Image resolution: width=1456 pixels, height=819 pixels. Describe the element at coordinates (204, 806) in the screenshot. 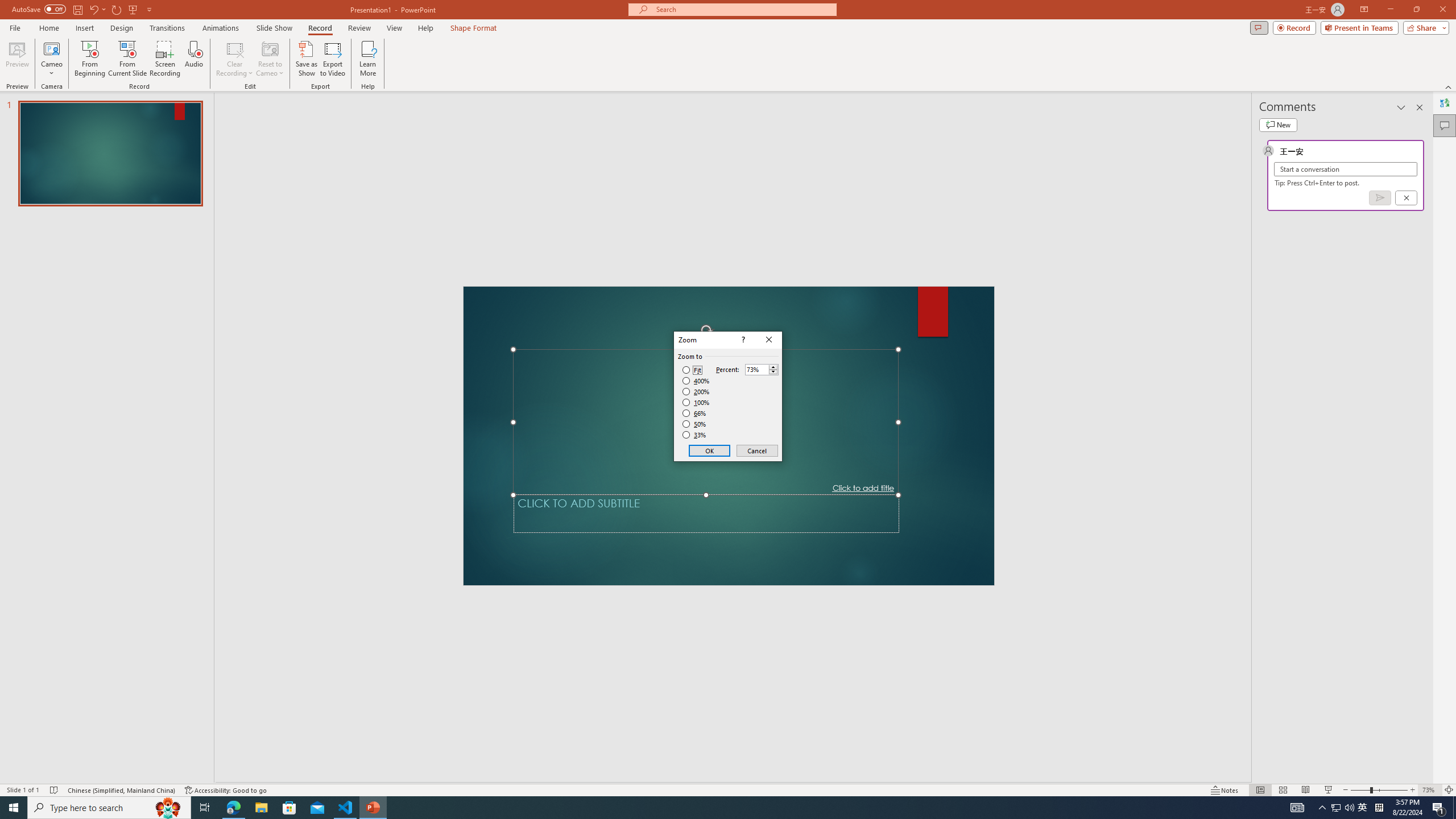

I see `'Task View'` at that location.